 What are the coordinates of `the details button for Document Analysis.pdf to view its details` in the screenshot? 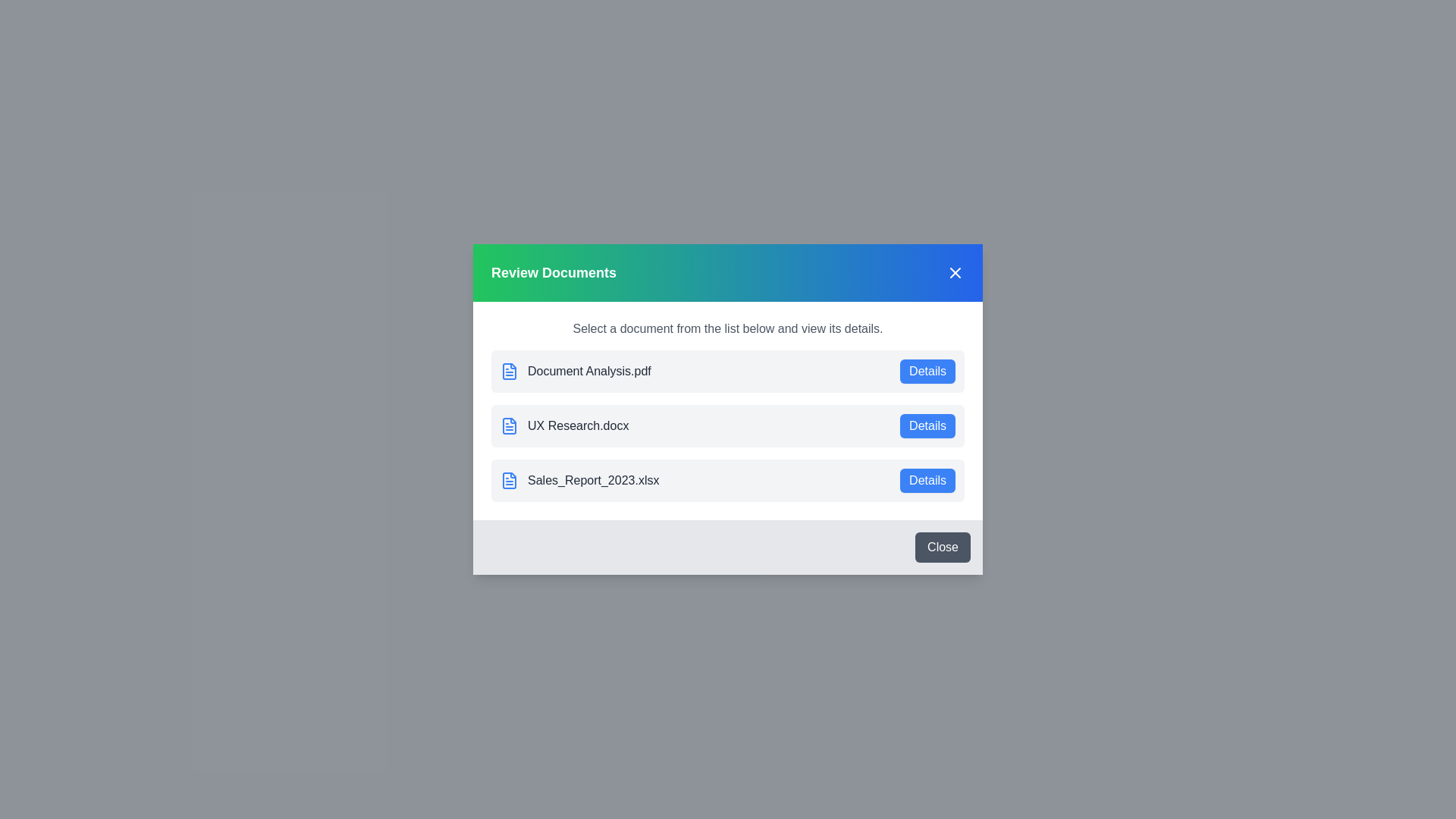 It's located at (927, 371).